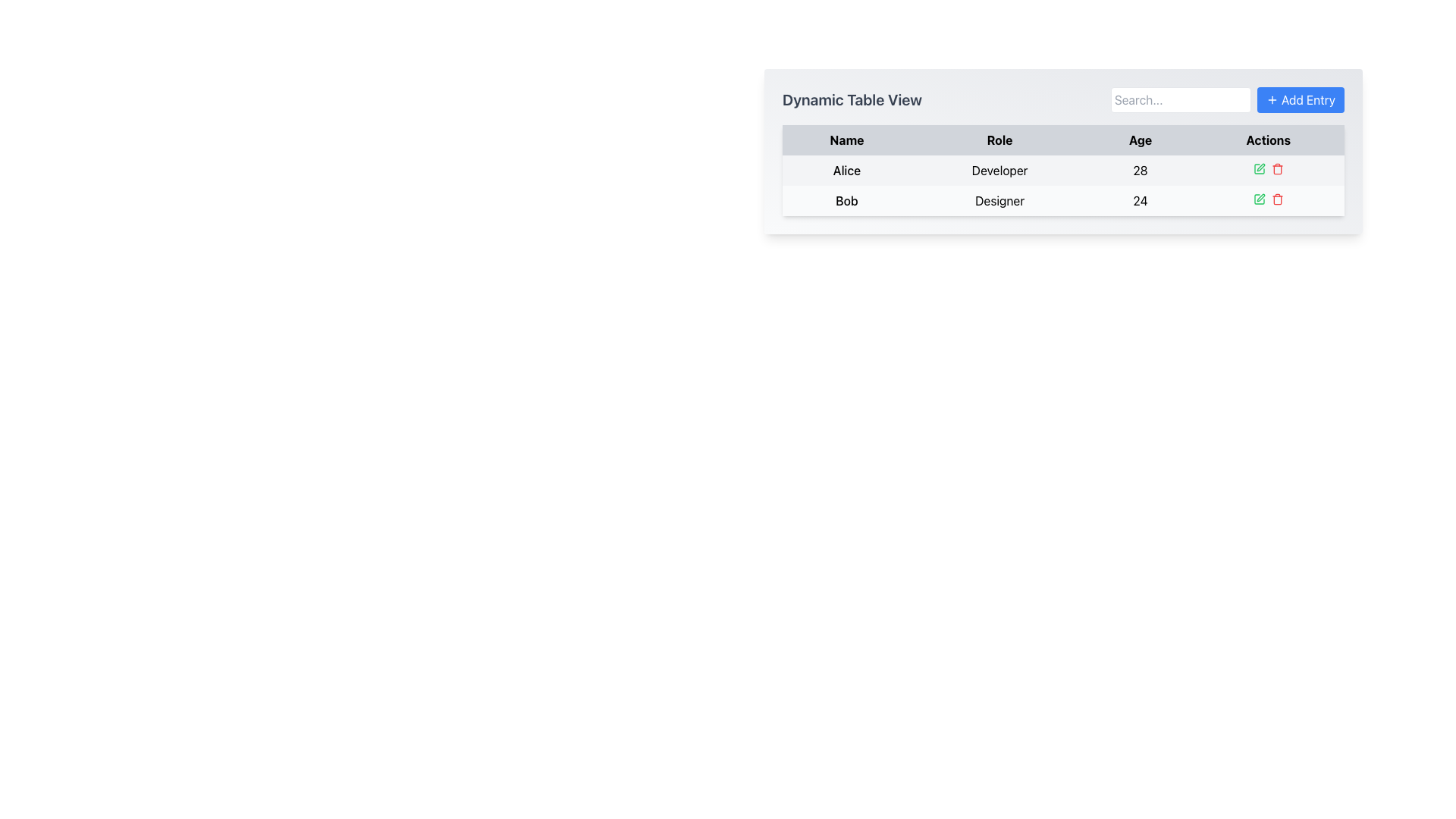 This screenshot has height=819, width=1456. I want to click on the edit icon located in the second row of the table's 'Actions' column, so click(1259, 198).